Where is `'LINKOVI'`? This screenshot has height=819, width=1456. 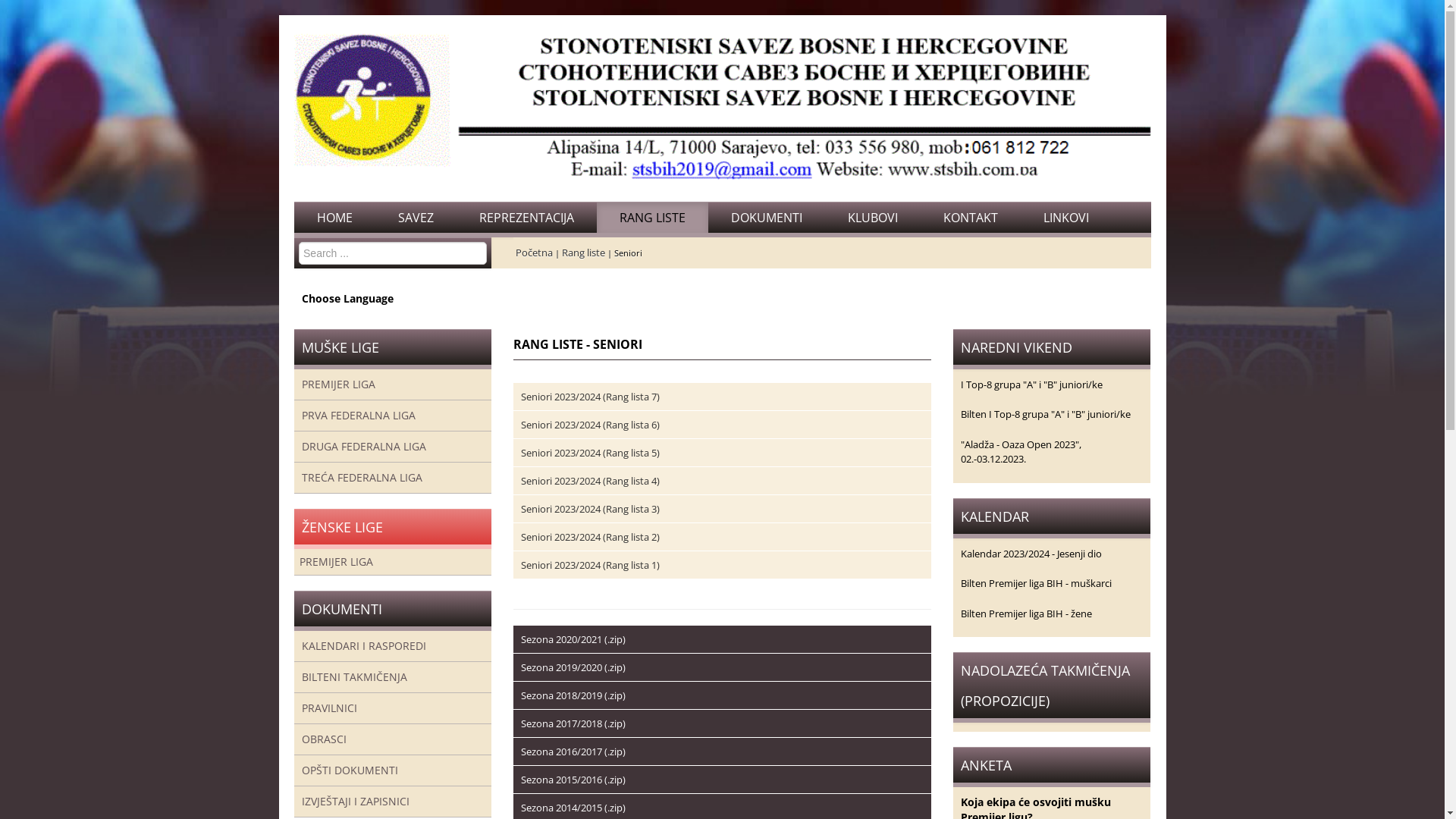 'LINKOVI' is located at coordinates (1065, 217).